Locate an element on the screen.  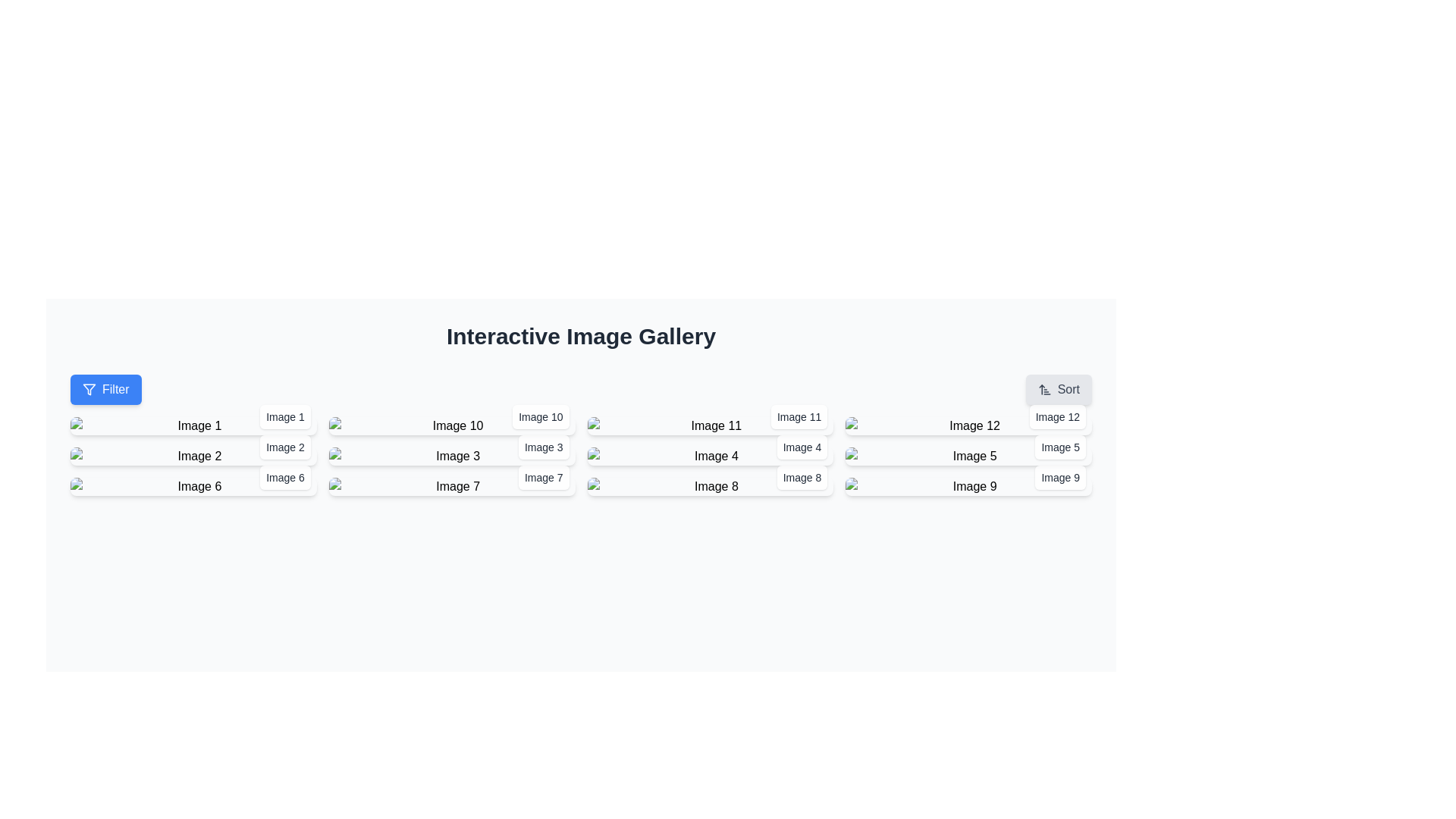
the text label that provides identification for the associated image in the second column of the image gallery grid, located below 'Image 2' and above 'Image 7' is located at coordinates (544, 447).